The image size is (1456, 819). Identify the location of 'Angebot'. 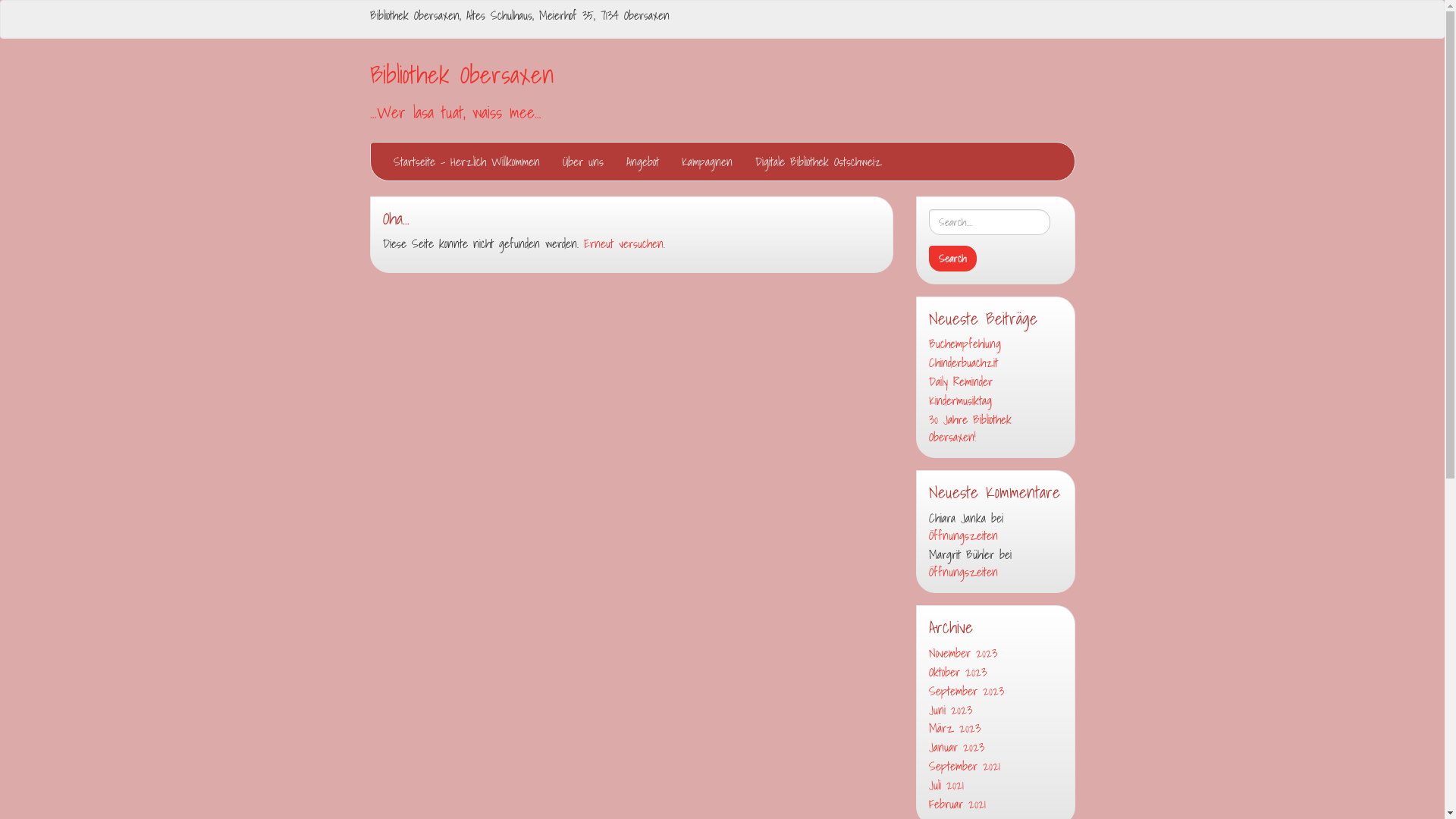
(642, 161).